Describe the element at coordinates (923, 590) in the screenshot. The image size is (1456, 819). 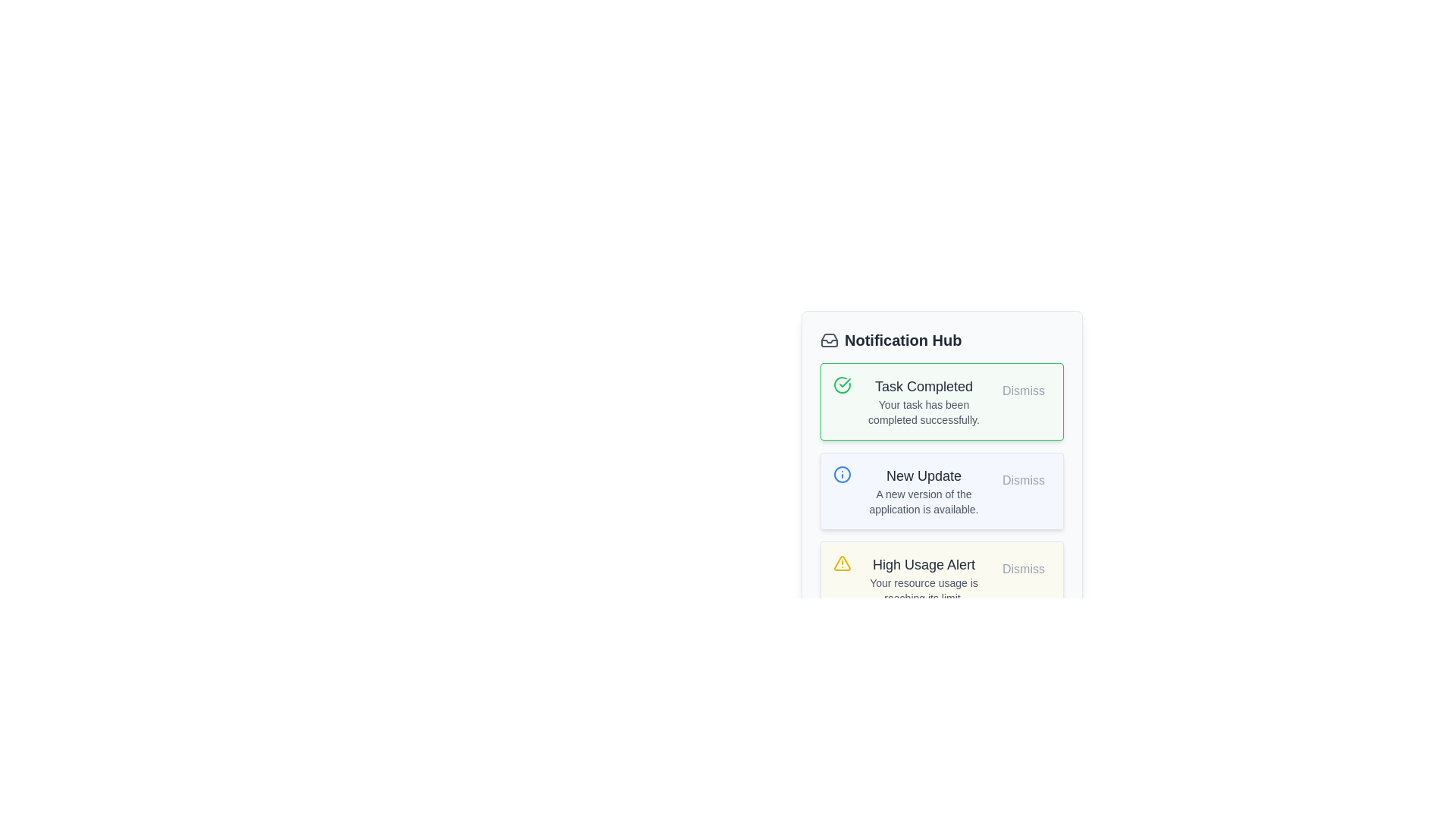
I see `the text label that displays 'Your resource usage is reaching its limit.' located within the 'High Usage Alert' notification` at that location.